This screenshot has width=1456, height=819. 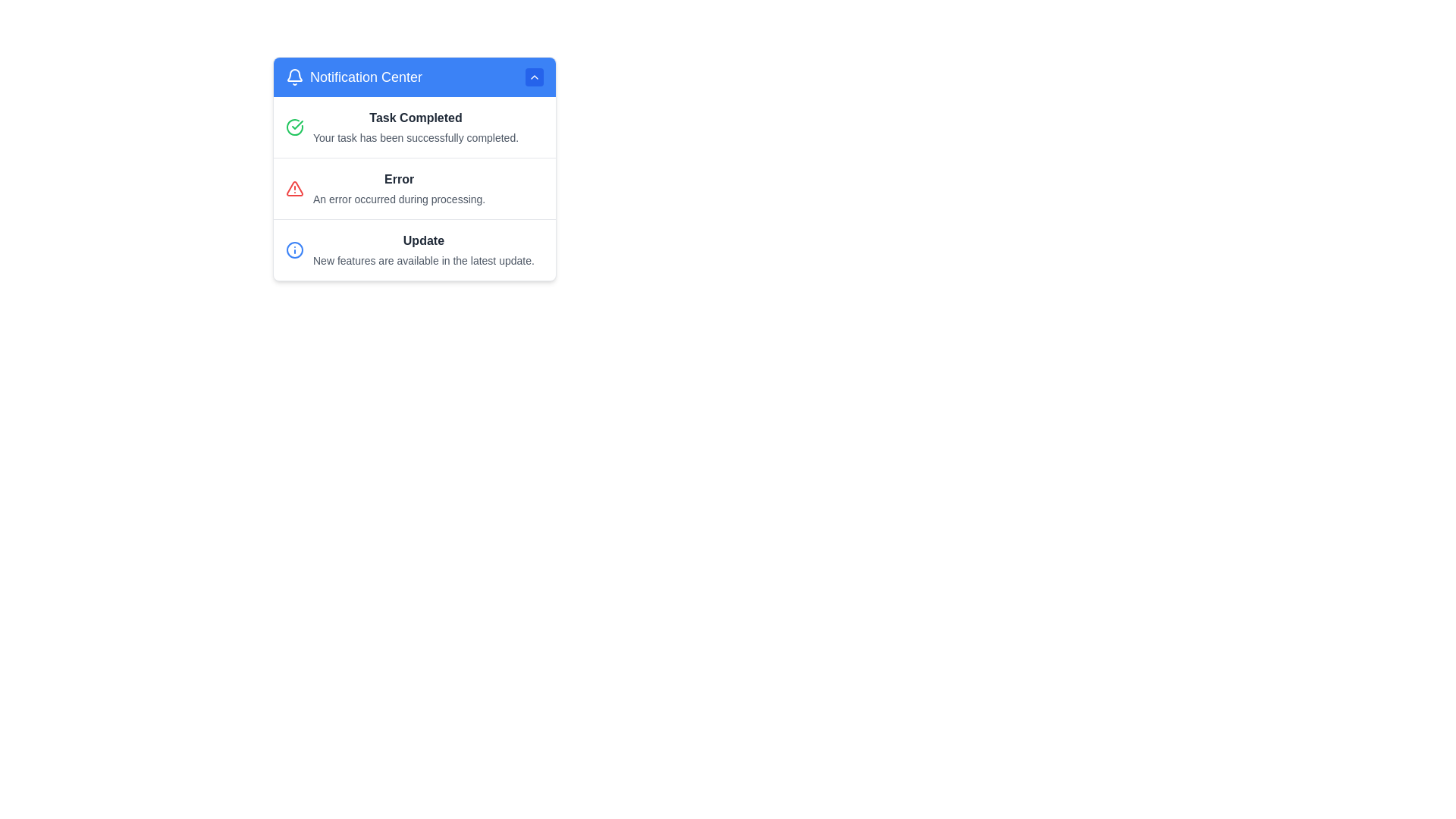 What do you see at coordinates (353, 77) in the screenshot?
I see `the Text Label with Icon that serves as the header for the 'Notification Center', located in the top header bar, aligned towards the left, next to a bell icon and an upward chevron button` at bounding box center [353, 77].